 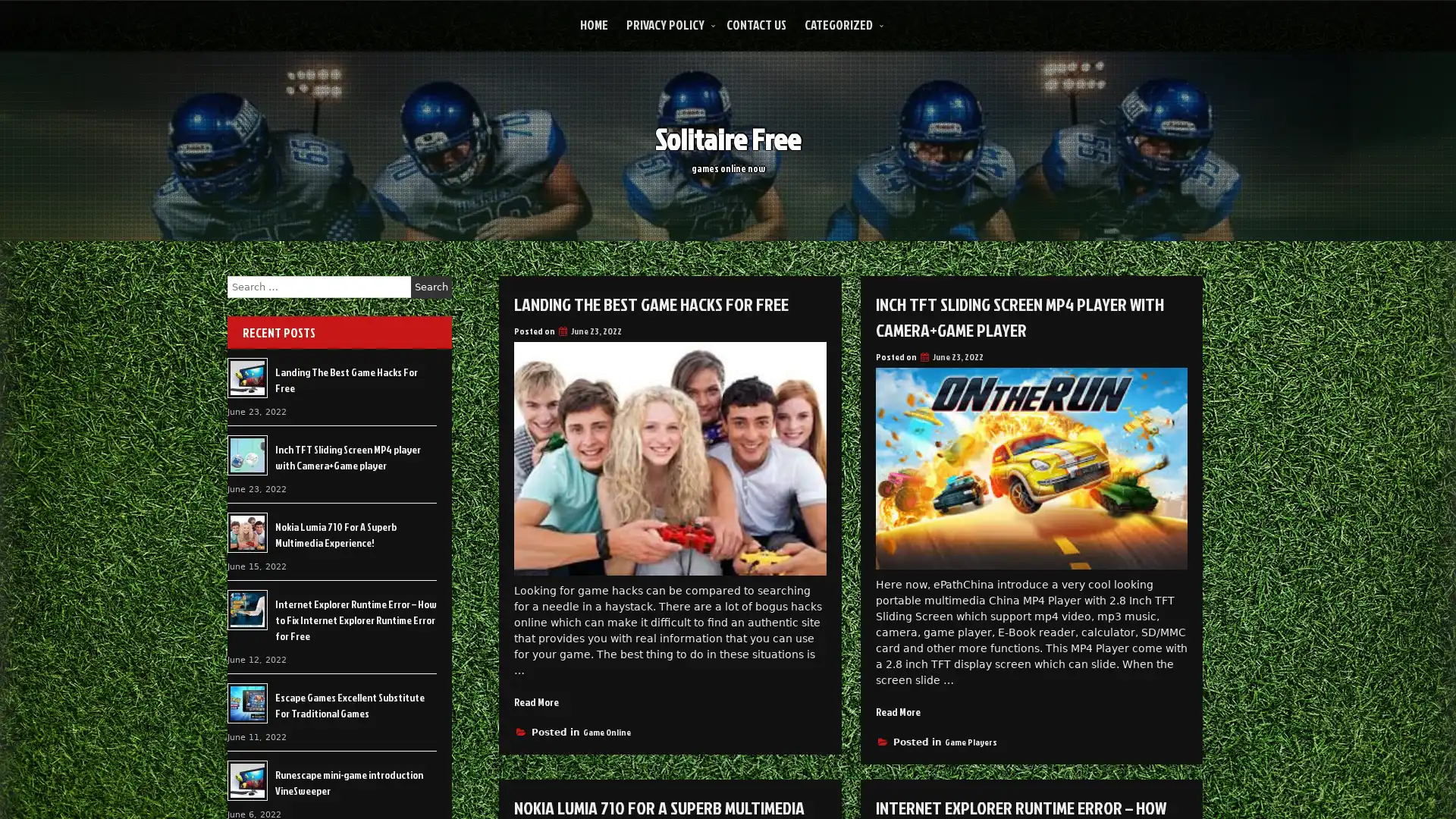 What do you see at coordinates (431, 287) in the screenshot?
I see `Search` at bounding box center [431, 287].